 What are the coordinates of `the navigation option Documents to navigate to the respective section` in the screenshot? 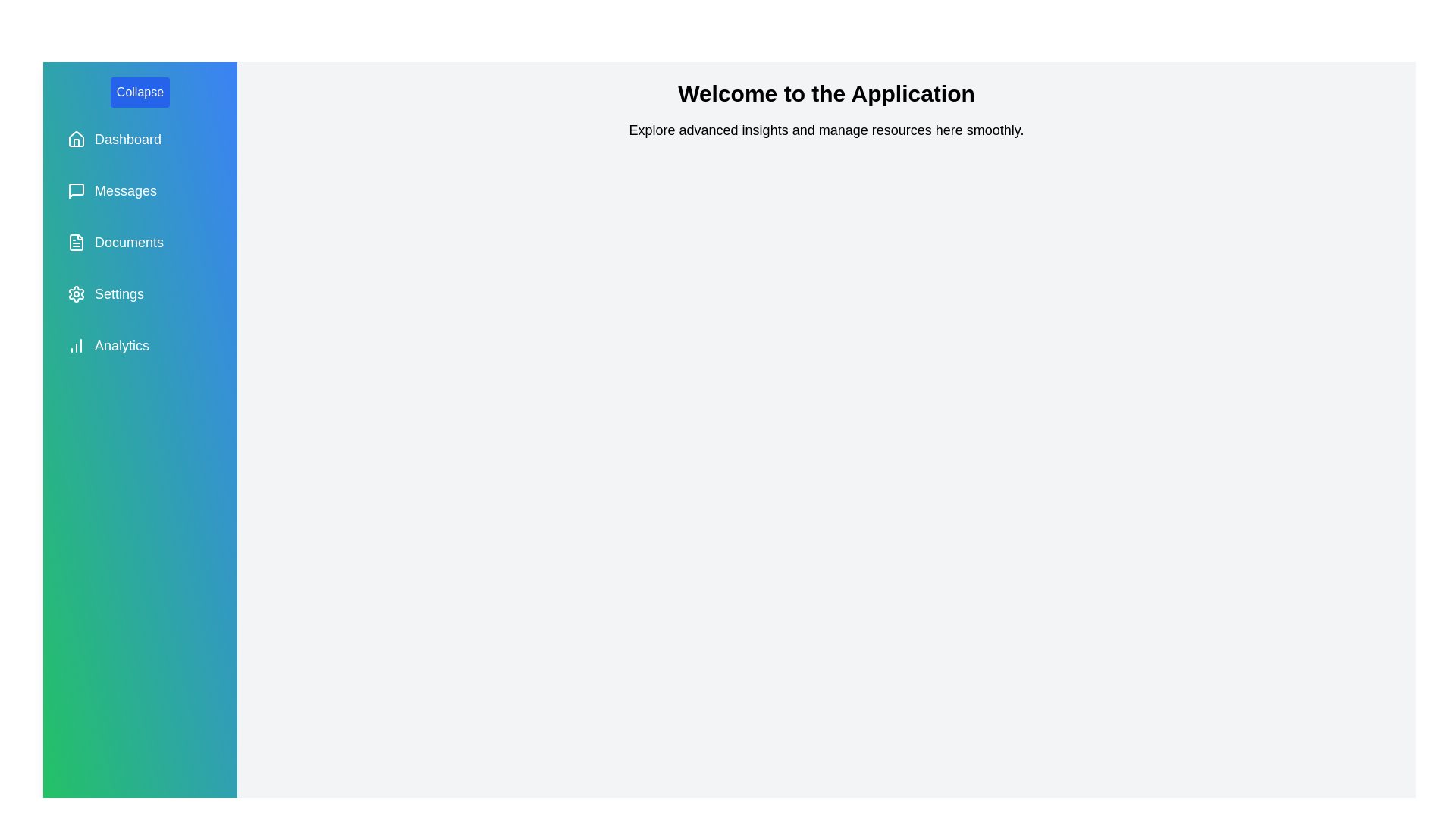 It's located at (140, 242).